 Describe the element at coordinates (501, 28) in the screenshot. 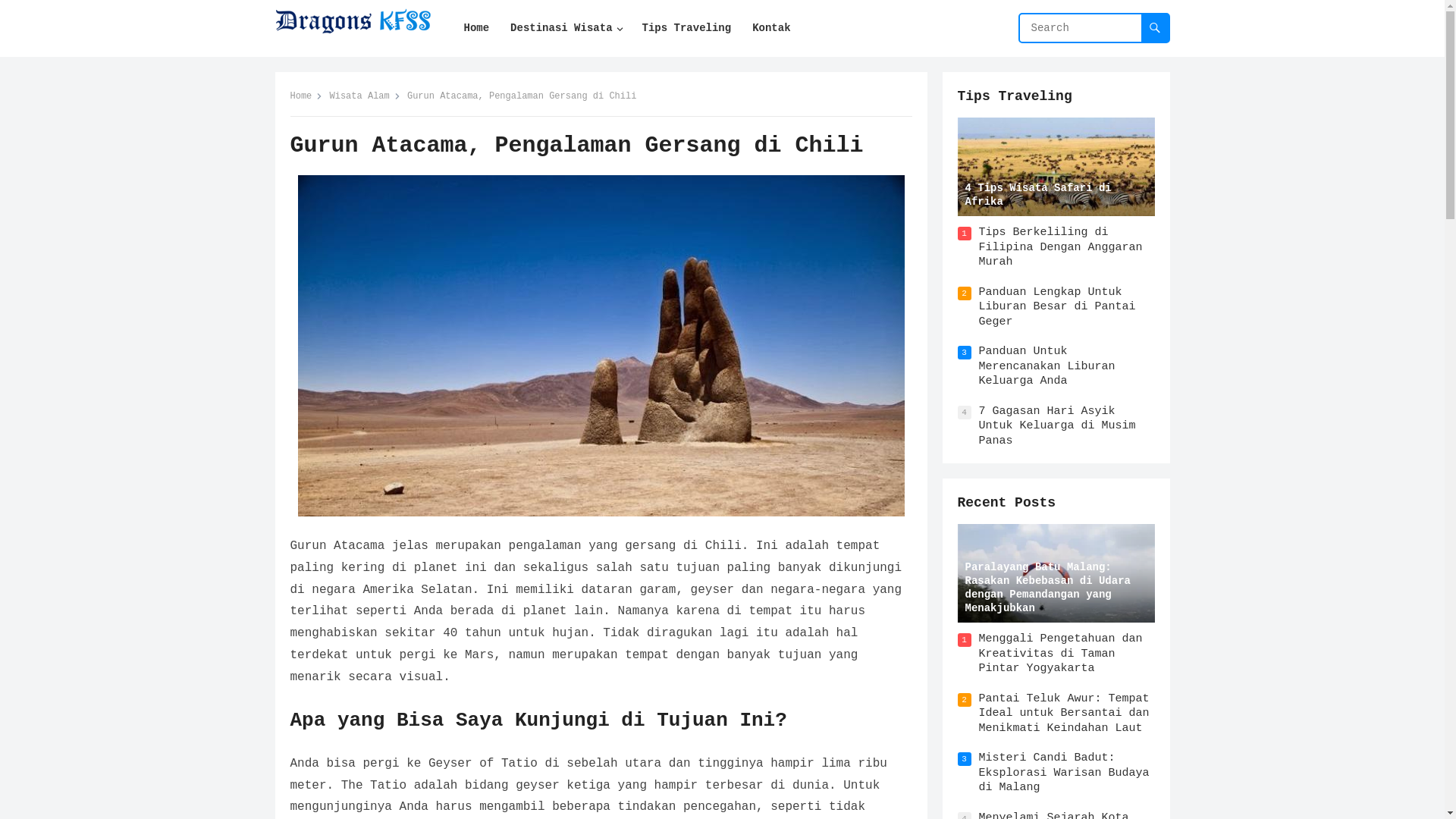

I see `'Destinasi Wisata'` at that location.